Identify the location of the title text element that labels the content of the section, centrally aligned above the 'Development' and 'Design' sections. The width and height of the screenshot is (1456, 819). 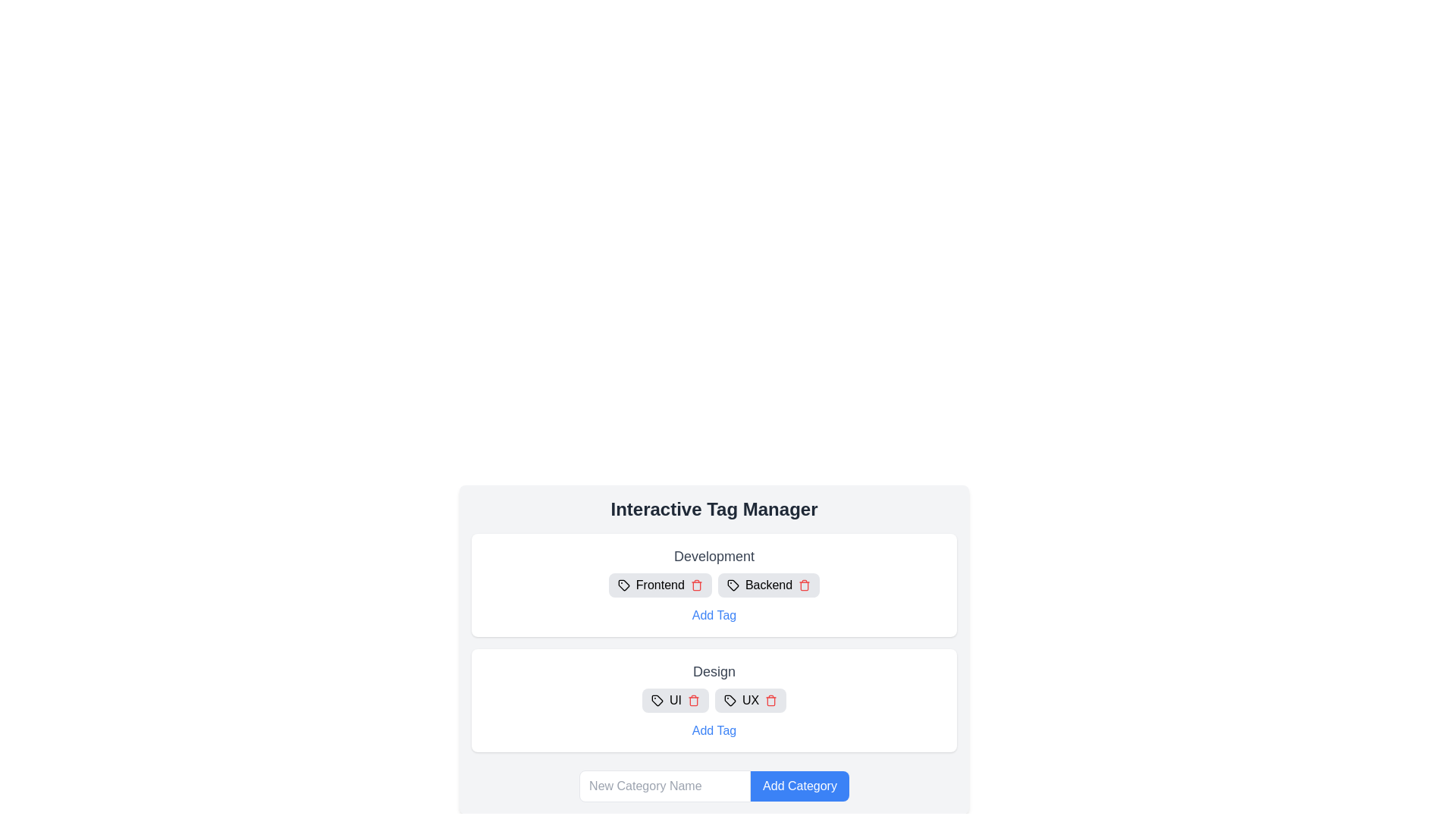
(713, 509).